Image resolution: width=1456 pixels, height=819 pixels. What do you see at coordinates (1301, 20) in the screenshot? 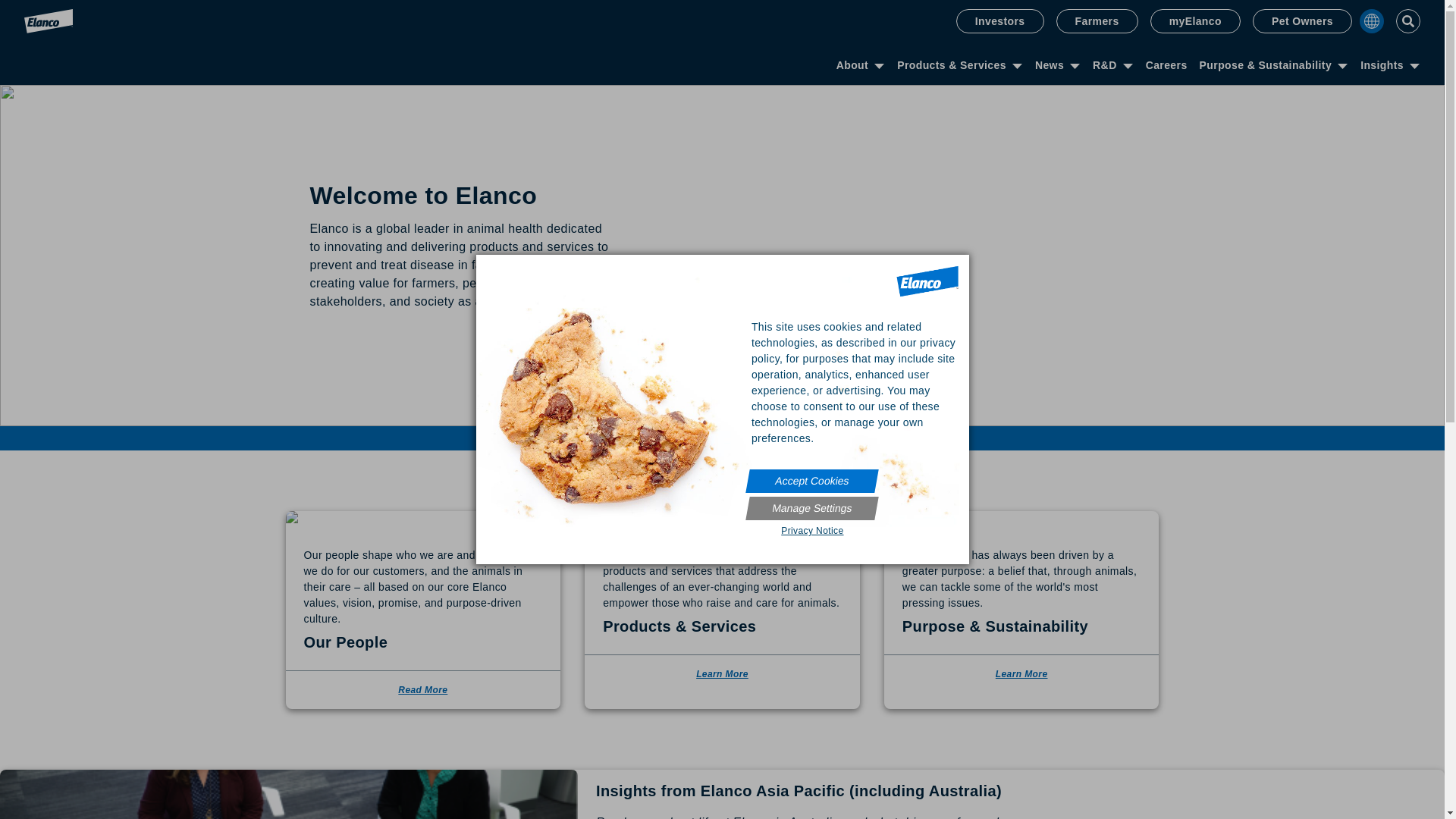
I see `'Pet Owners'` at bounding box center [1301, 20].